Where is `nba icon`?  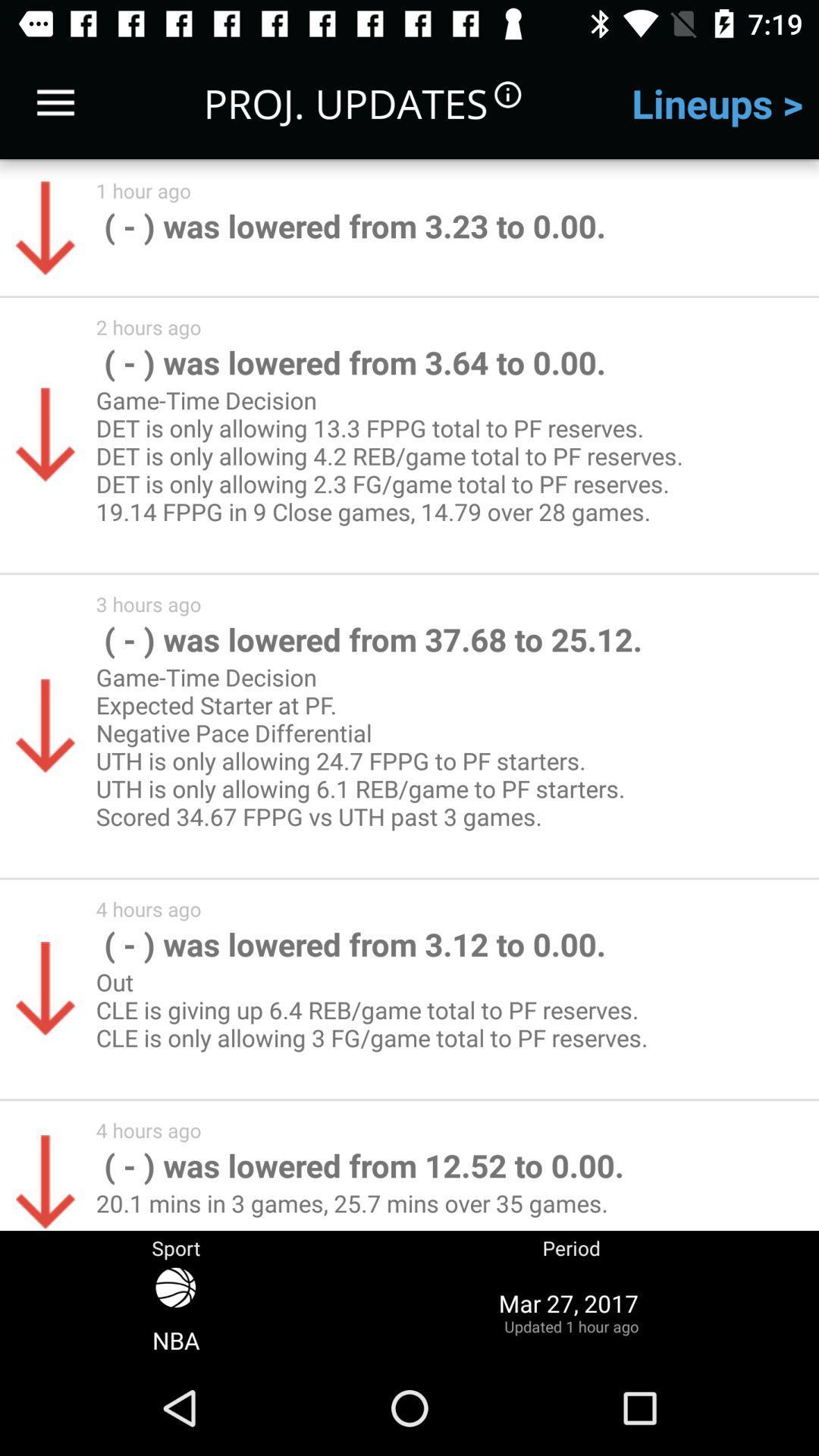 nba icon is located at coordinates (175, 1311).